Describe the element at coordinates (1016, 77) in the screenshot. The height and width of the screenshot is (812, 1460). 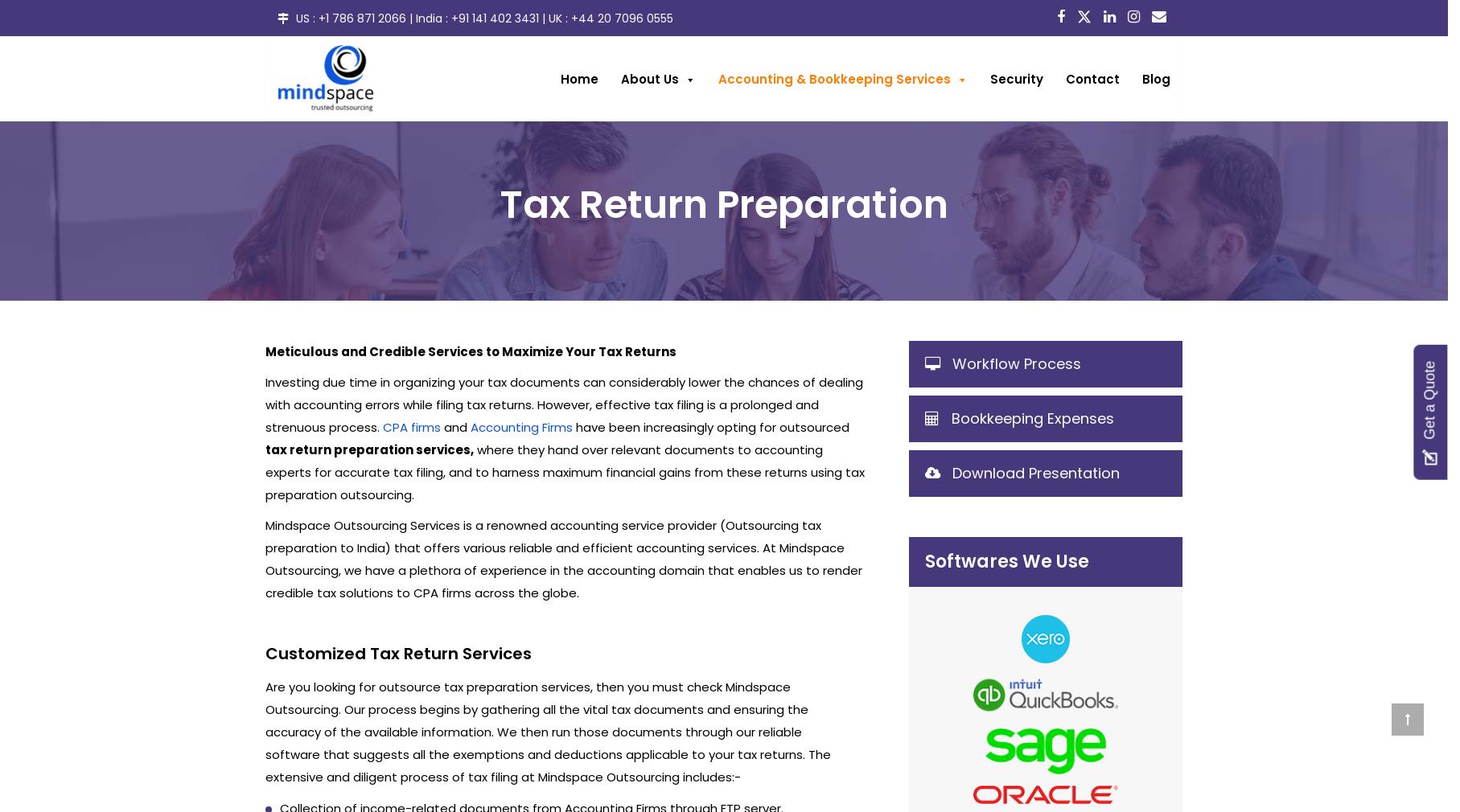
I see `'Security'` at that location.